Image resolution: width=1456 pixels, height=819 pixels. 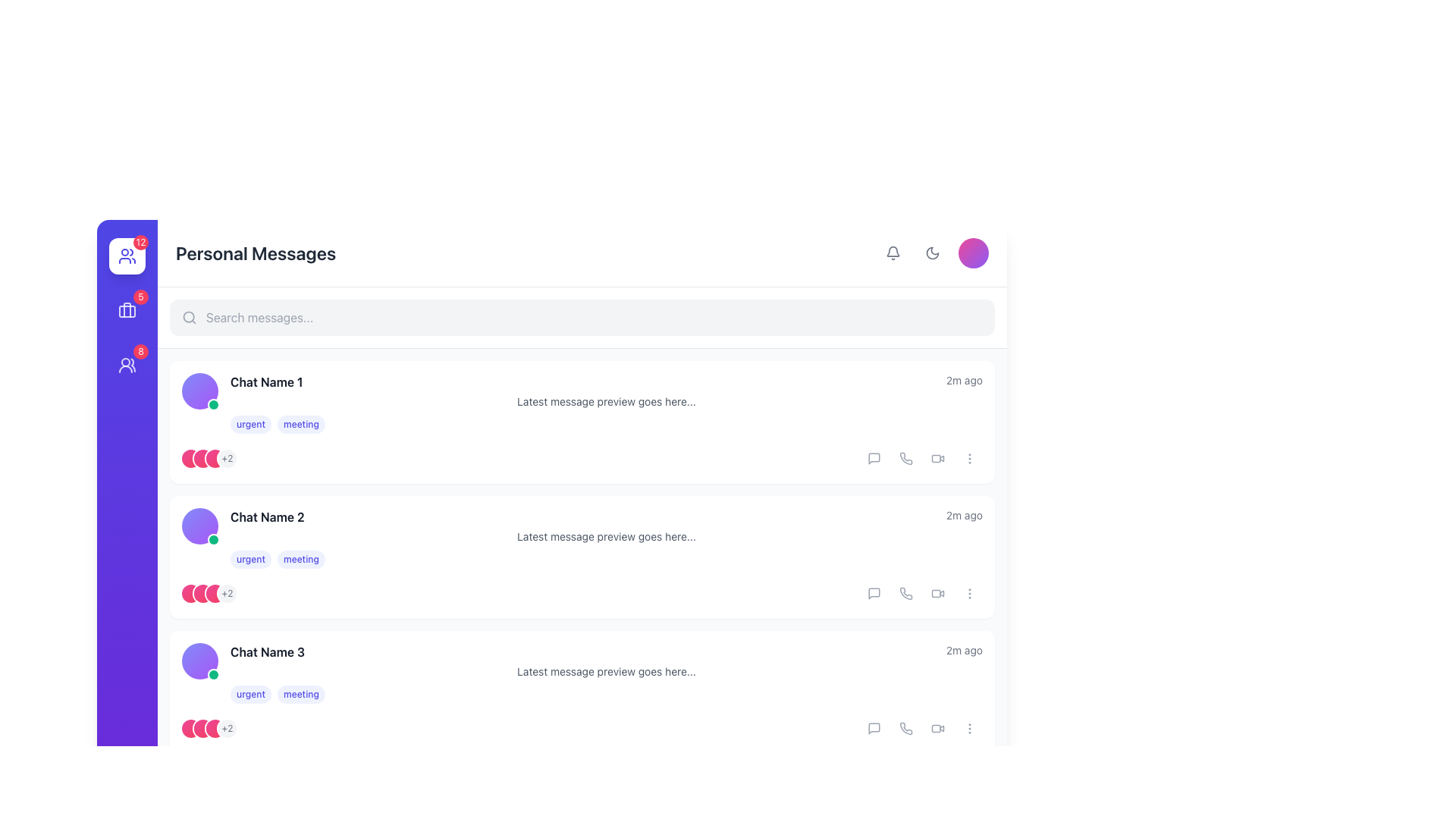 What do you see at coordinates (202, 727) in the screenshot?
I see `the second gradient circle representing a user's profile image in the chat section labeled 'Chat Name 3'` at bounding box center [202, 727].